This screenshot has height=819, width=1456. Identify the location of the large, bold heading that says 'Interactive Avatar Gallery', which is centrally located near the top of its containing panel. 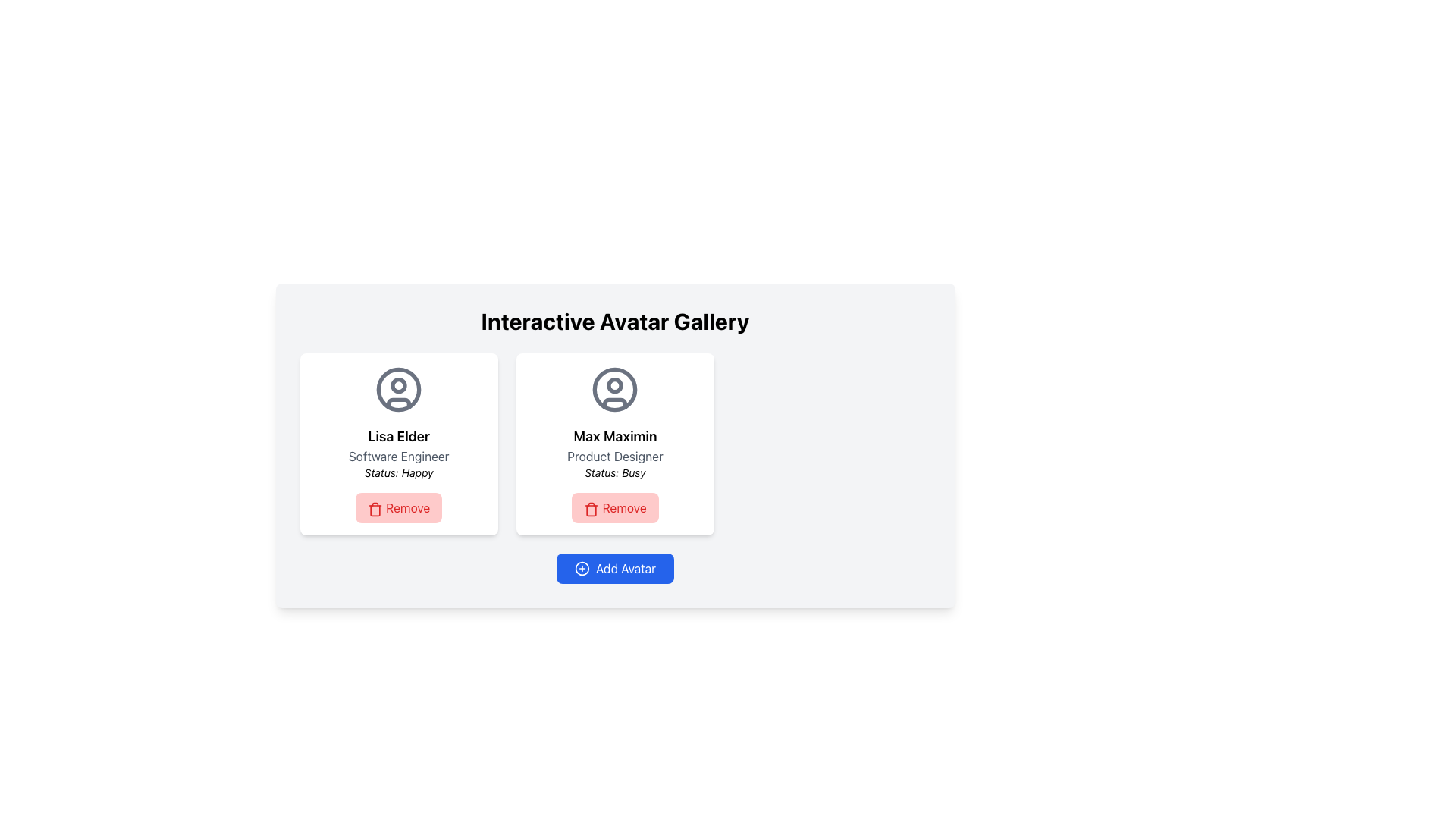
(615, 321).